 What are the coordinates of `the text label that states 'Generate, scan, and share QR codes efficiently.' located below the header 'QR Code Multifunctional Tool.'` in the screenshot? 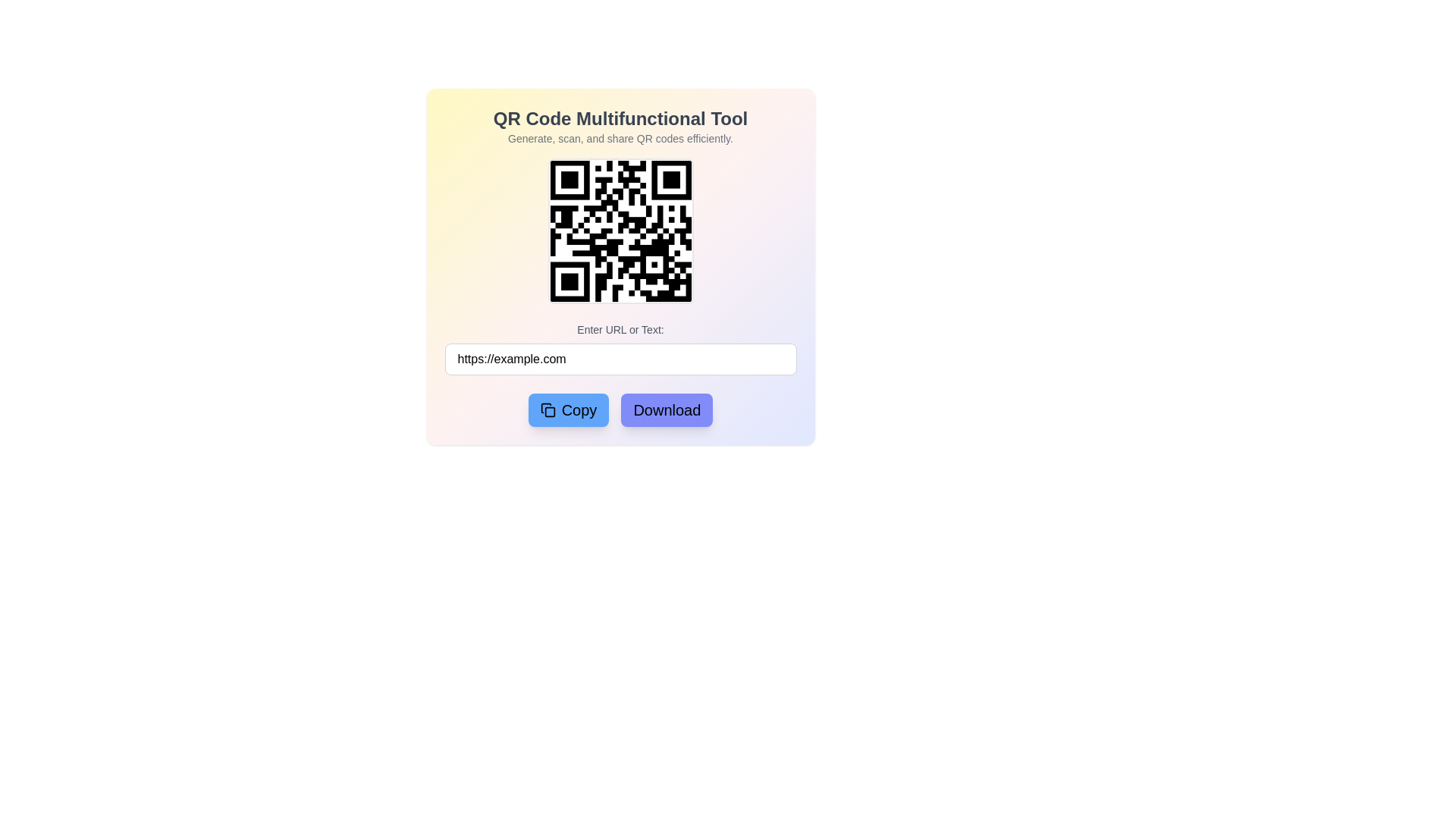 It's located at (620, 138).